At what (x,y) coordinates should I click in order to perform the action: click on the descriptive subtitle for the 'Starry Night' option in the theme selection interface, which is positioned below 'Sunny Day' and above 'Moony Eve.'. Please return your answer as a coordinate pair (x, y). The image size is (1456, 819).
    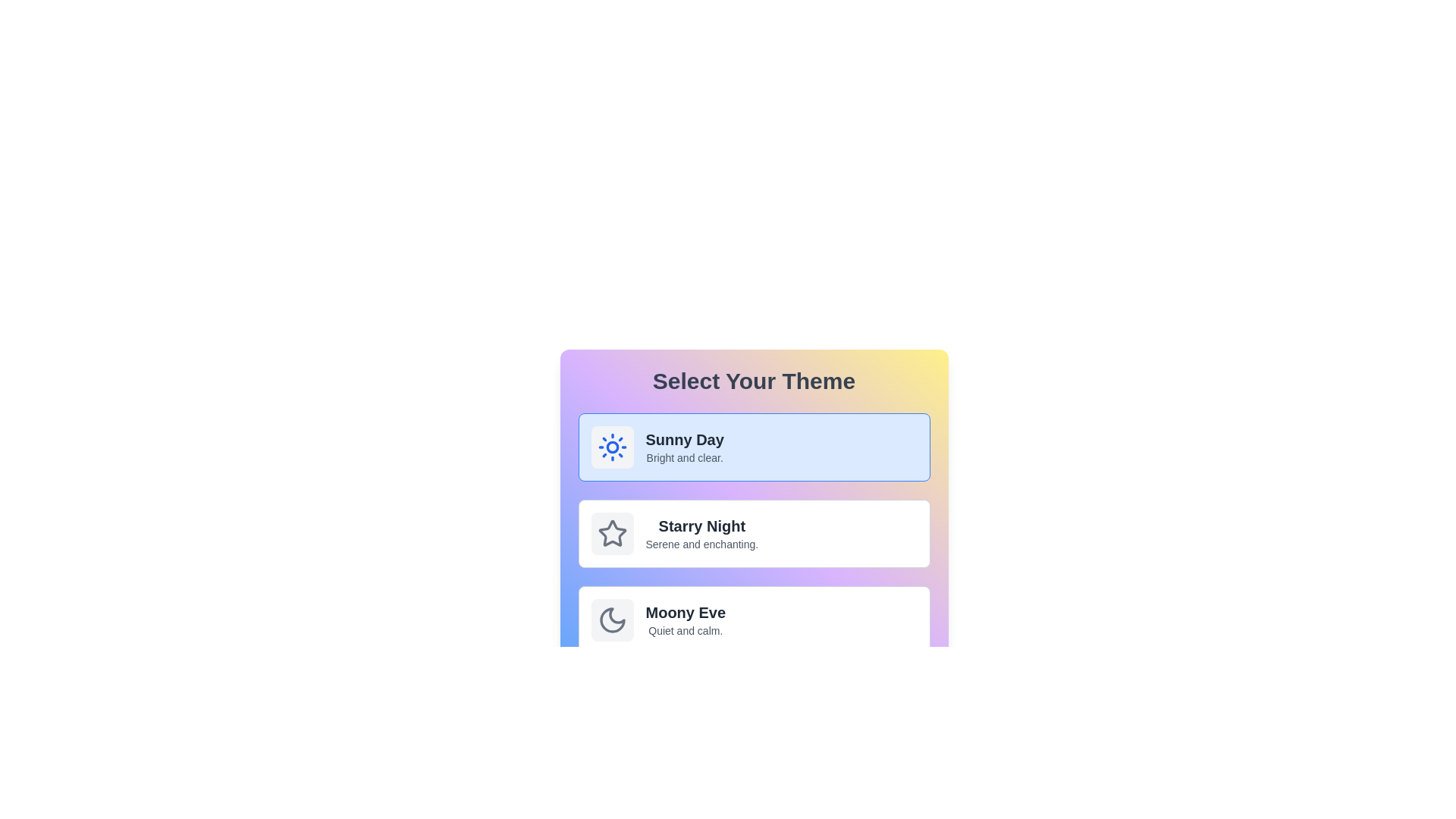
    Looking at the image, I should click on (701, 543).